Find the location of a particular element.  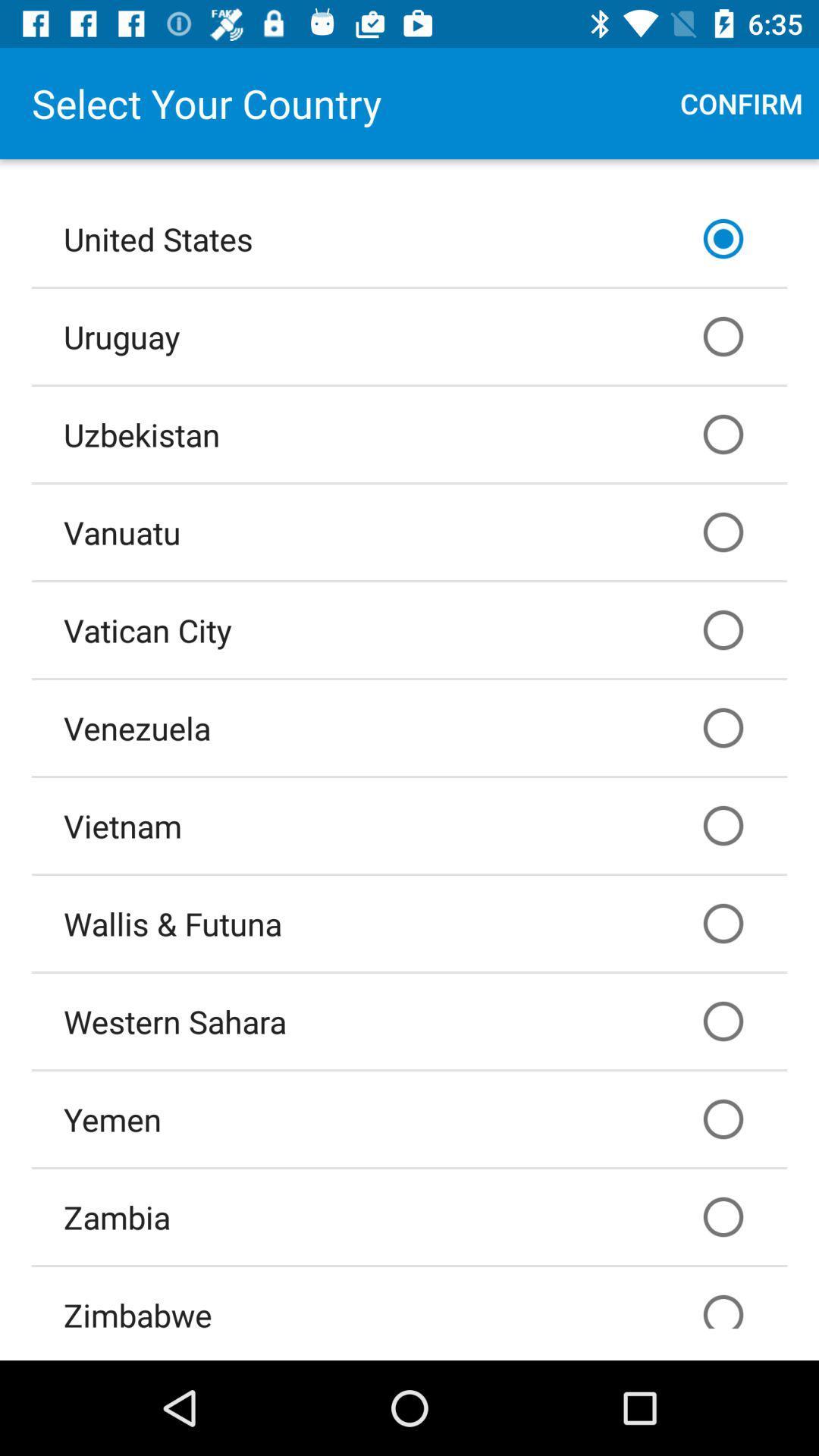

the item above the wallis & futuna icon is located at coordinates (409, 825).